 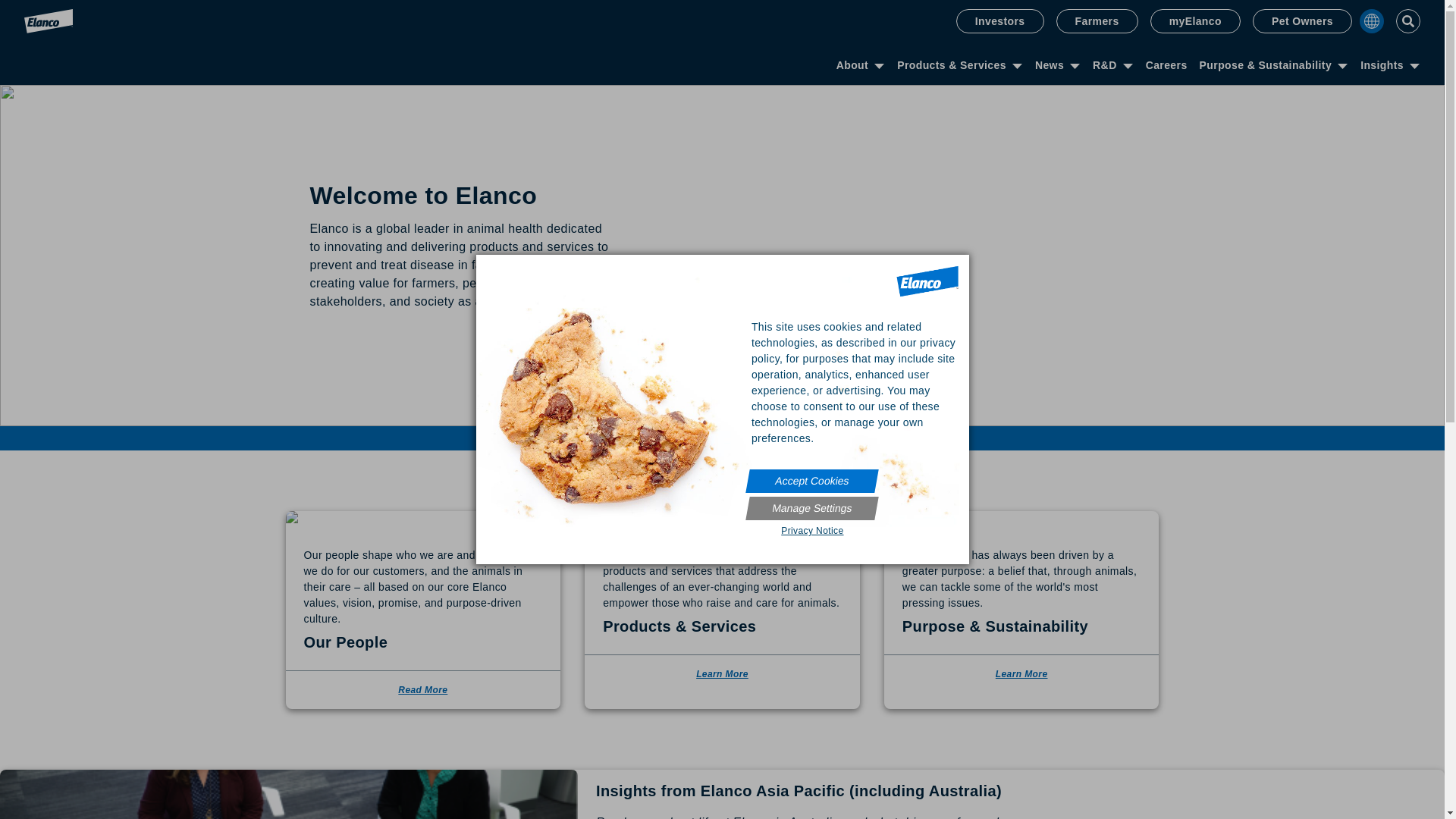 I want to click on 'Farmers', so click(x=1097, y=20).